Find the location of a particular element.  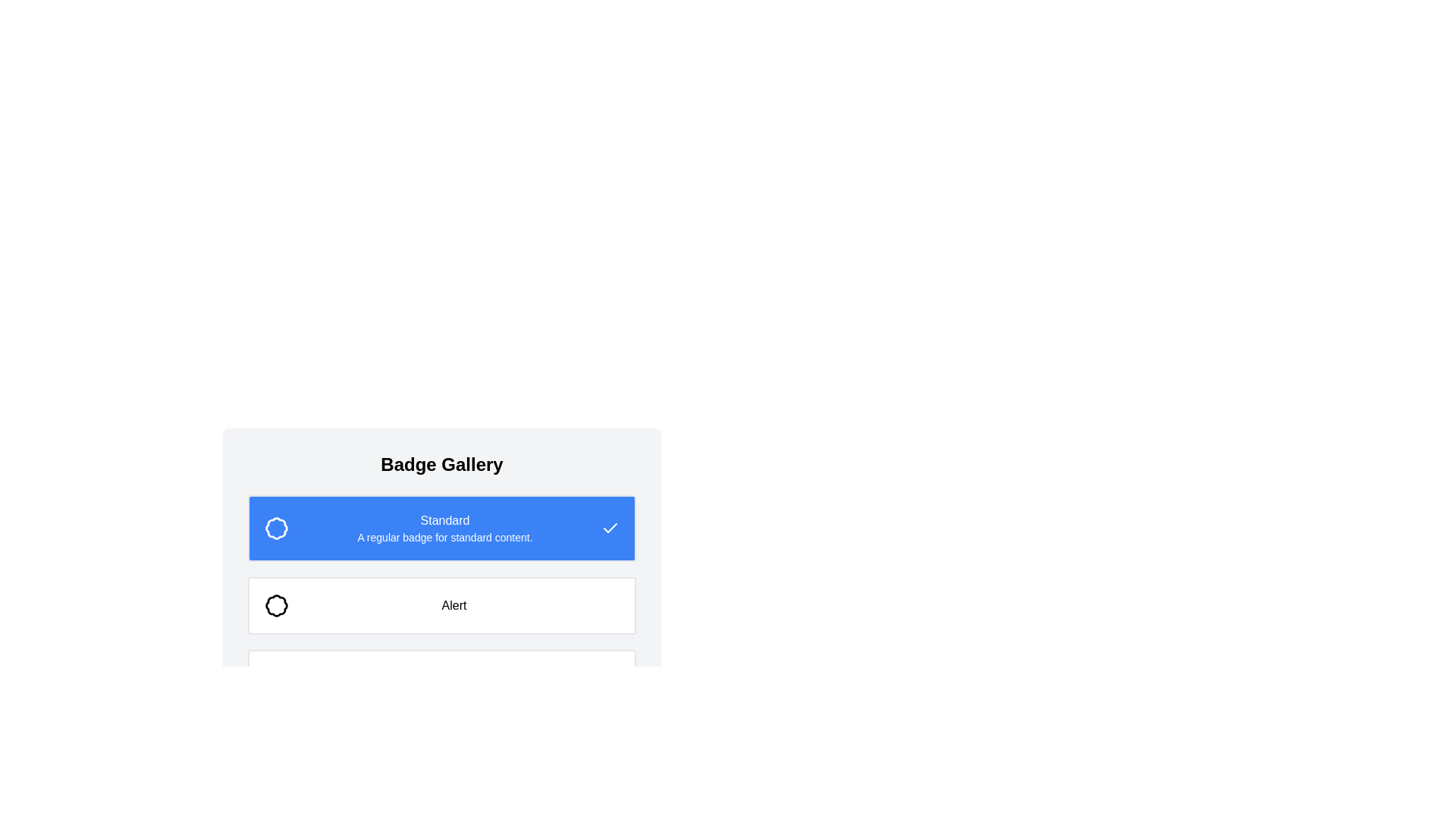

text content of the Static Text Label displaying 'Alert', which is styled in a medium font weight and centered within a white rectangular area, located to the right of a badge-like icon is located at coordinates (453, 604).